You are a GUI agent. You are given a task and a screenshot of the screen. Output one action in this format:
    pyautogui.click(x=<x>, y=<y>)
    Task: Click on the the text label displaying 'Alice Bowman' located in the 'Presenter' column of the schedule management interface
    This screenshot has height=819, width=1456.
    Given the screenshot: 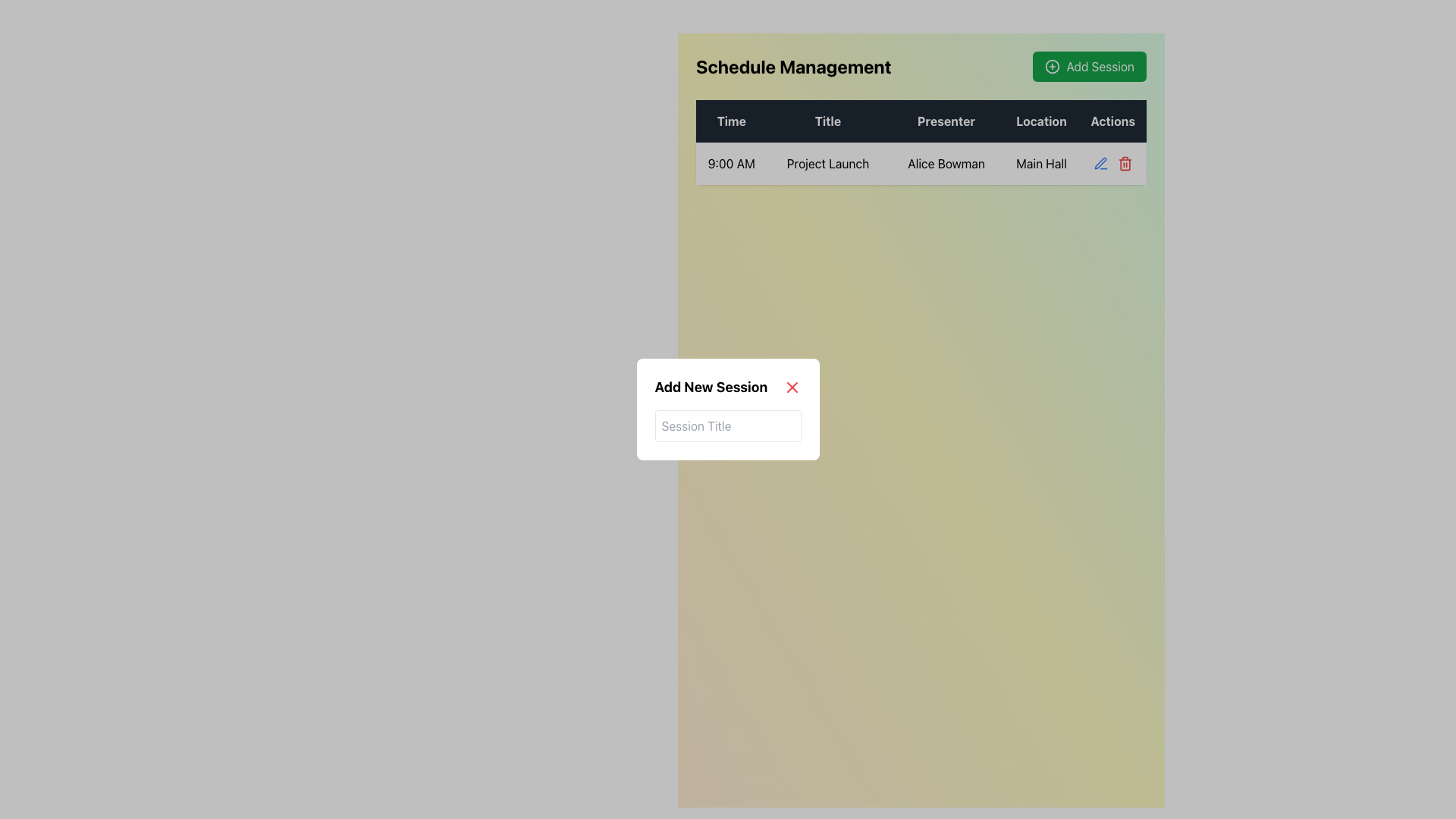 What is the action you would take?
    pyautogui.click(x=946, y=164)
    